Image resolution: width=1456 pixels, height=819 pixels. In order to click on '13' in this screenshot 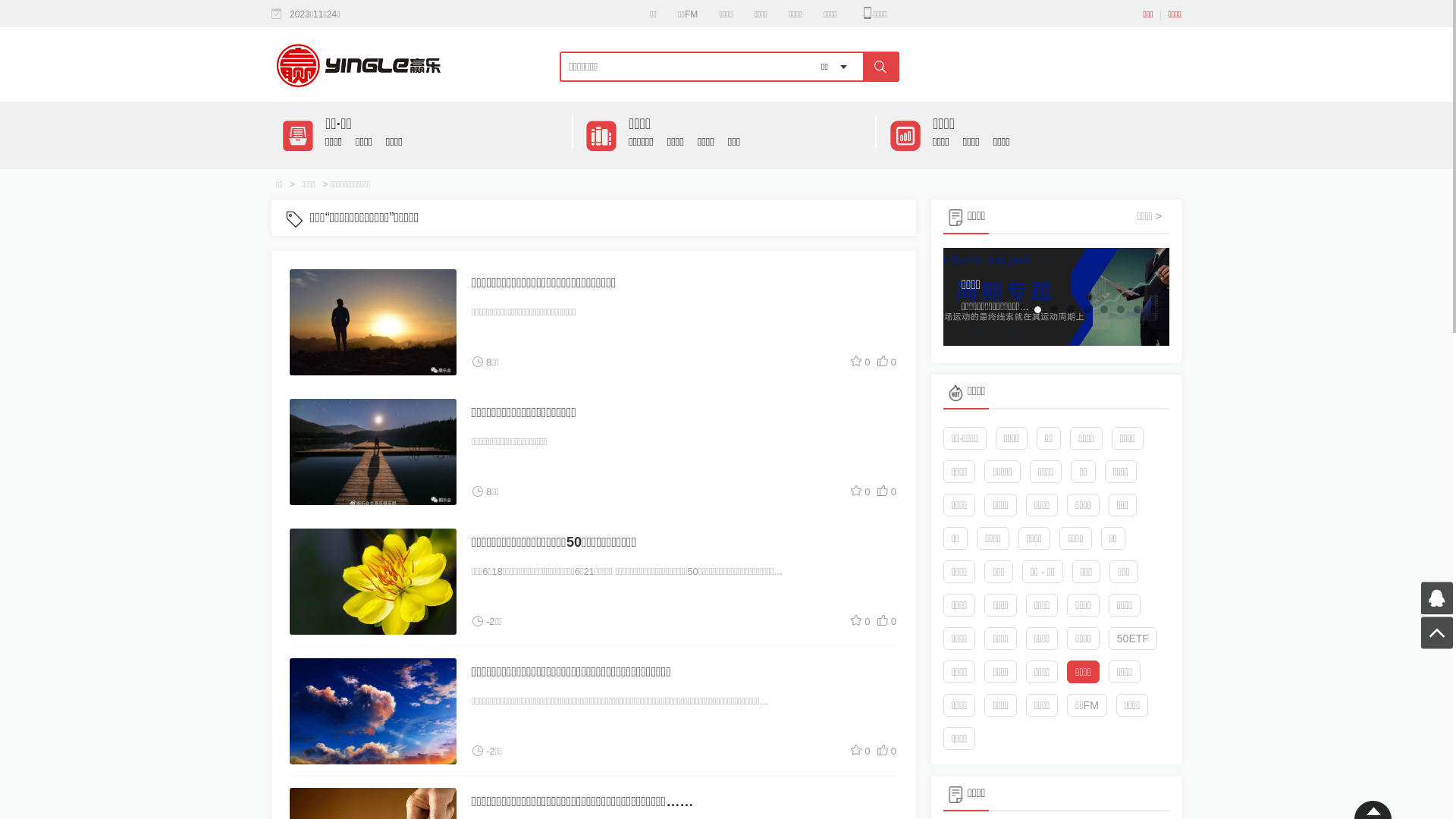, I will do `click(1153, 334)`.